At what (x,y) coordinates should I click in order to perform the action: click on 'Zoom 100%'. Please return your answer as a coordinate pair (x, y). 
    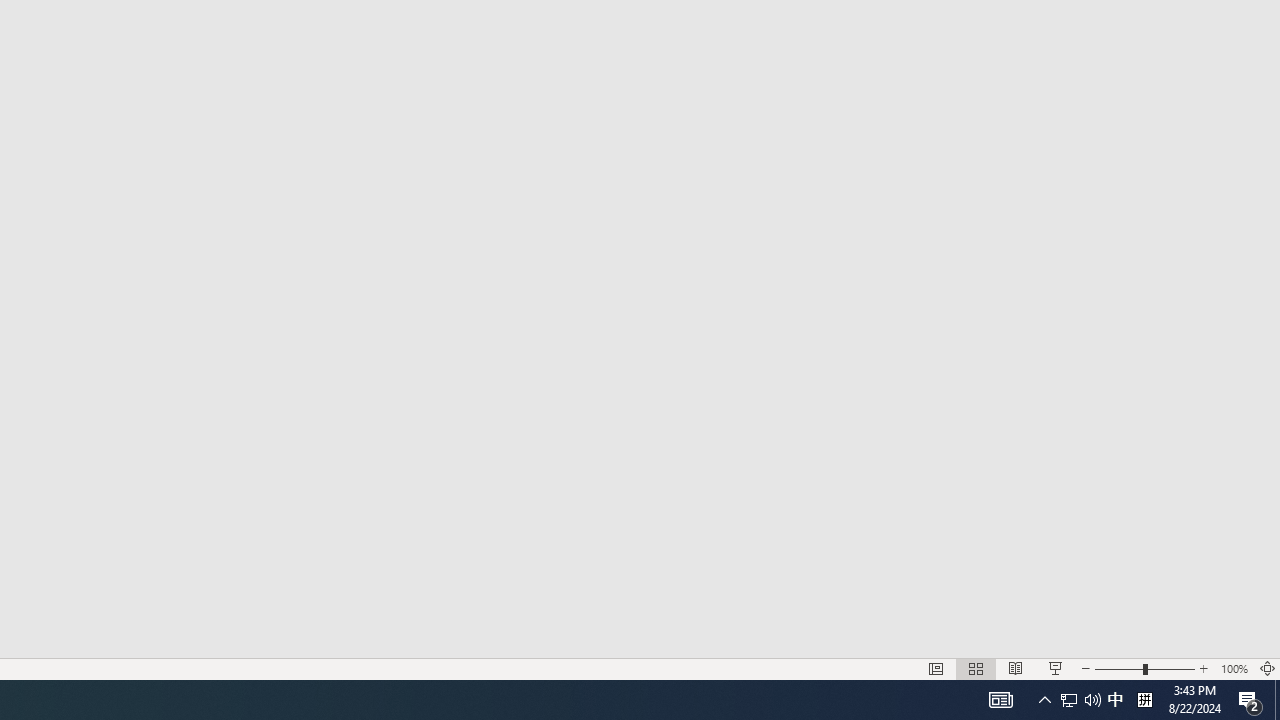
    Looking at the image, I should click on (1233, 669).